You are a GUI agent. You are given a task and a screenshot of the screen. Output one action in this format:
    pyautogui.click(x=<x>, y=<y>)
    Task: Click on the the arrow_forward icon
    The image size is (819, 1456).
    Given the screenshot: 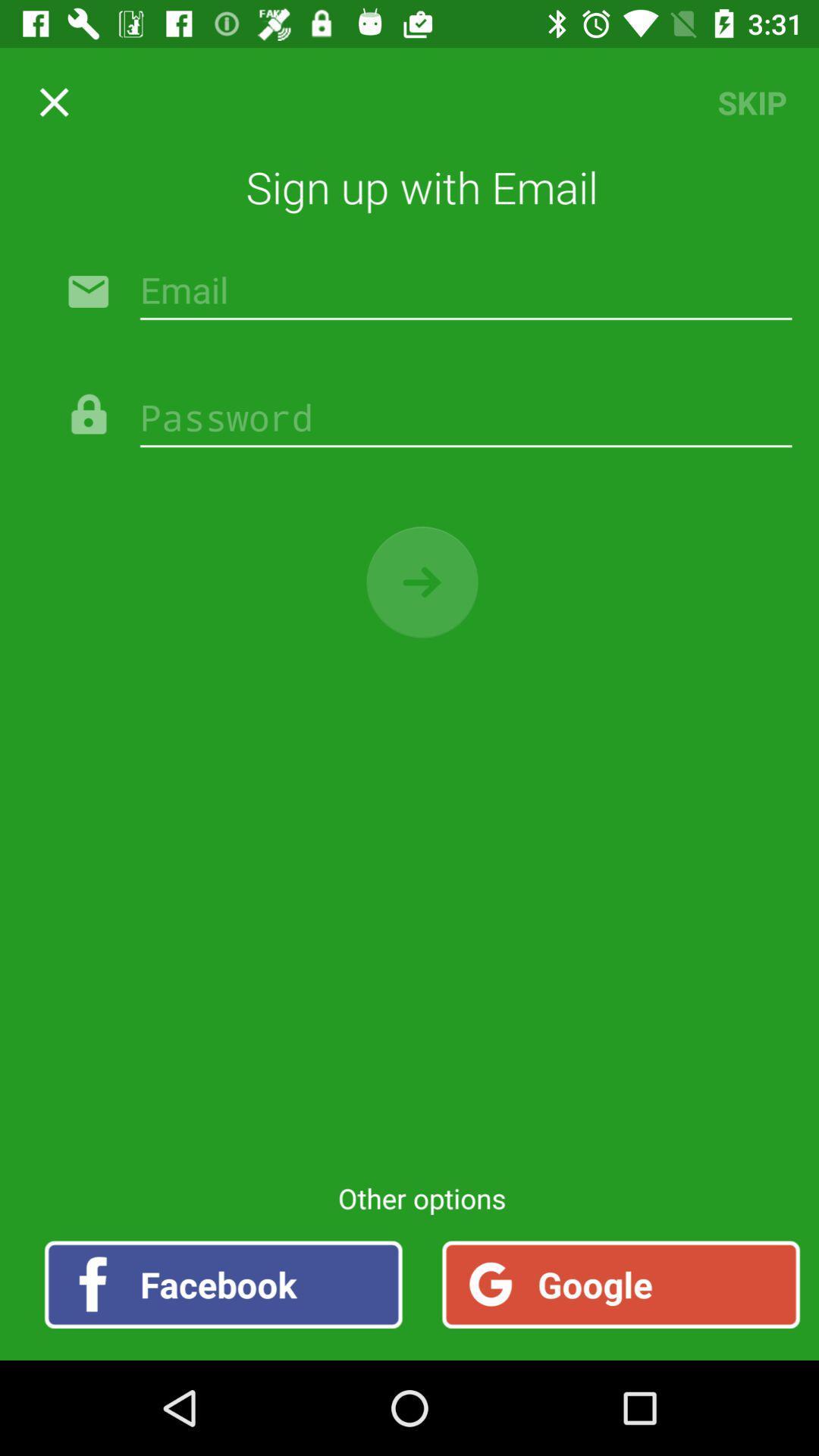 What is the action you would take?
    pyautogui.click(x=409, y=582)
    